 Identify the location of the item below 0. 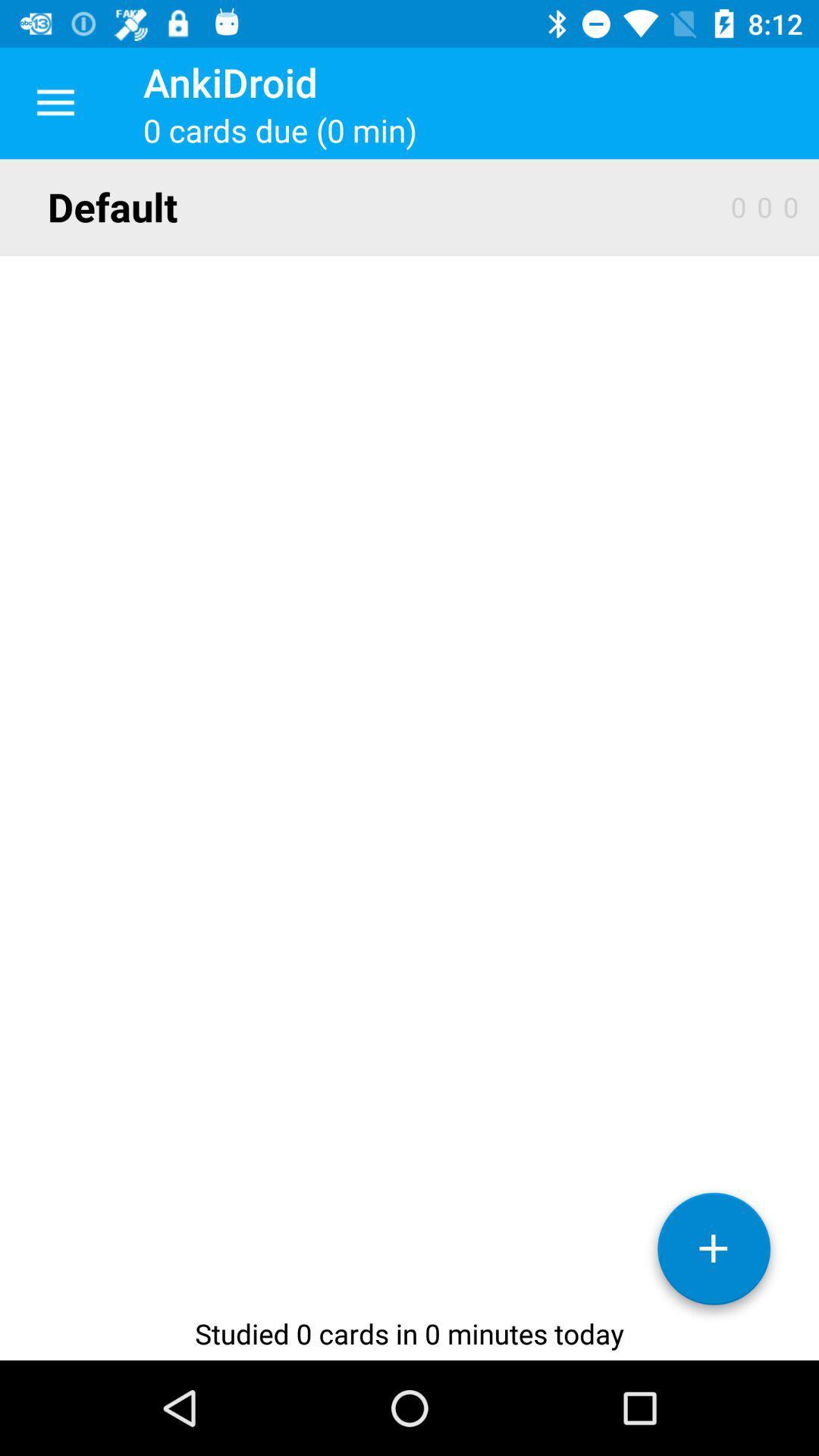
(714, 1254).